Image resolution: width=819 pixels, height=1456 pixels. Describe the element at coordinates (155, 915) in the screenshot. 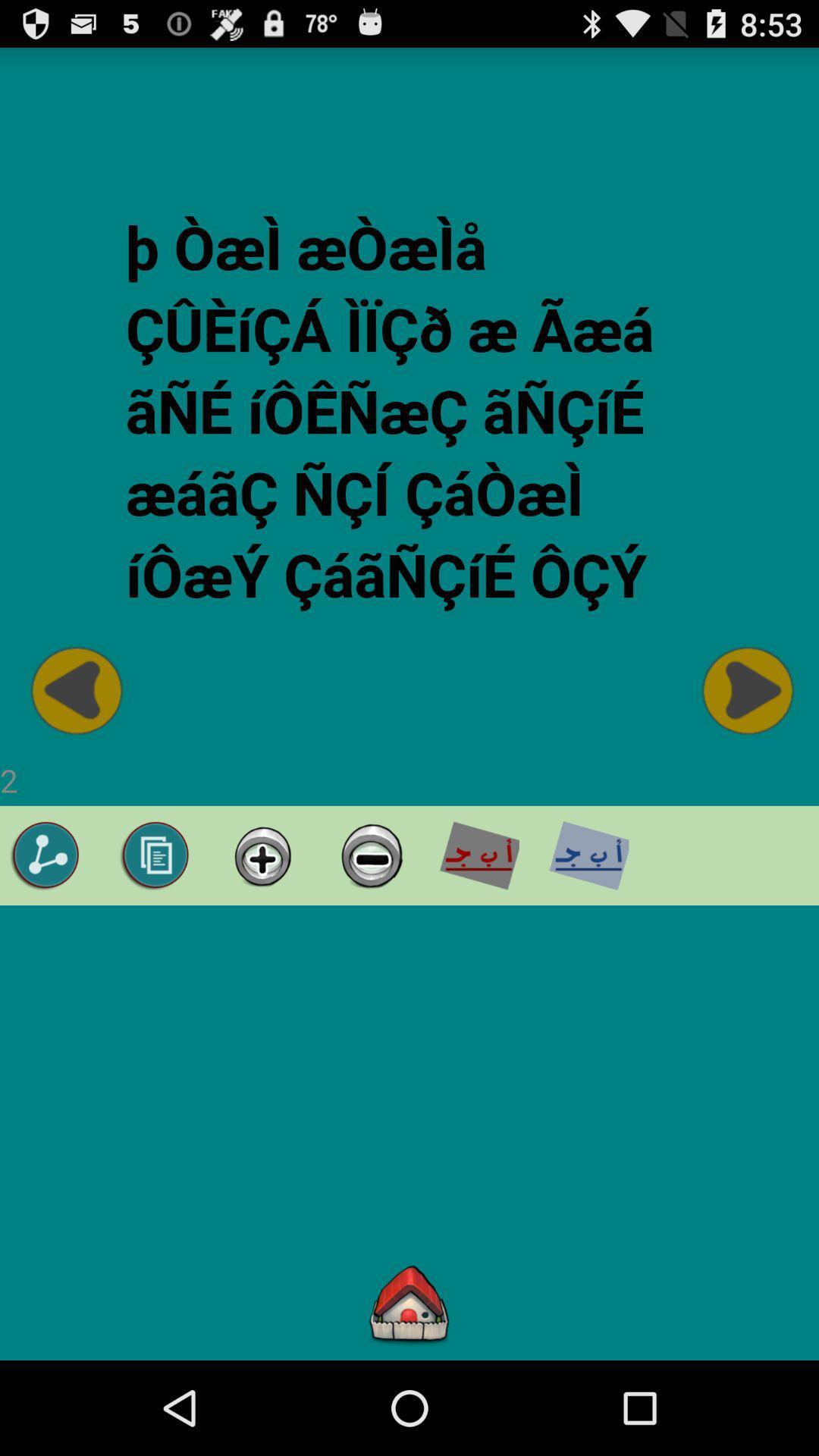

I see `the copy icon` at that location.